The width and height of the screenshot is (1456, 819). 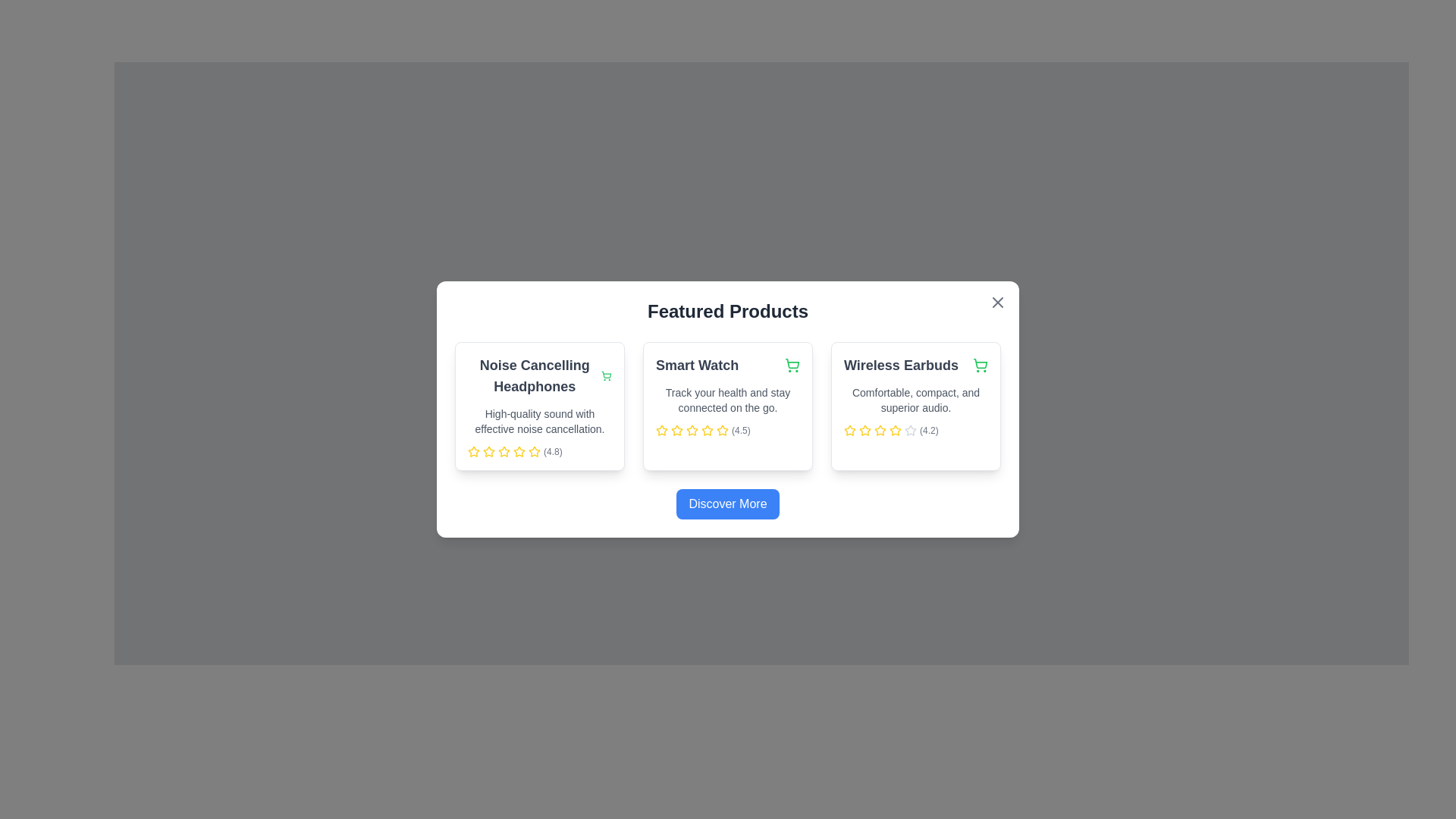 I want to click on the fourth star icon representing the fourth rating level for the product 'Smart Watch', which is located below the text 'Smart Watch' in the middle product card, so click(x=691, y=430).